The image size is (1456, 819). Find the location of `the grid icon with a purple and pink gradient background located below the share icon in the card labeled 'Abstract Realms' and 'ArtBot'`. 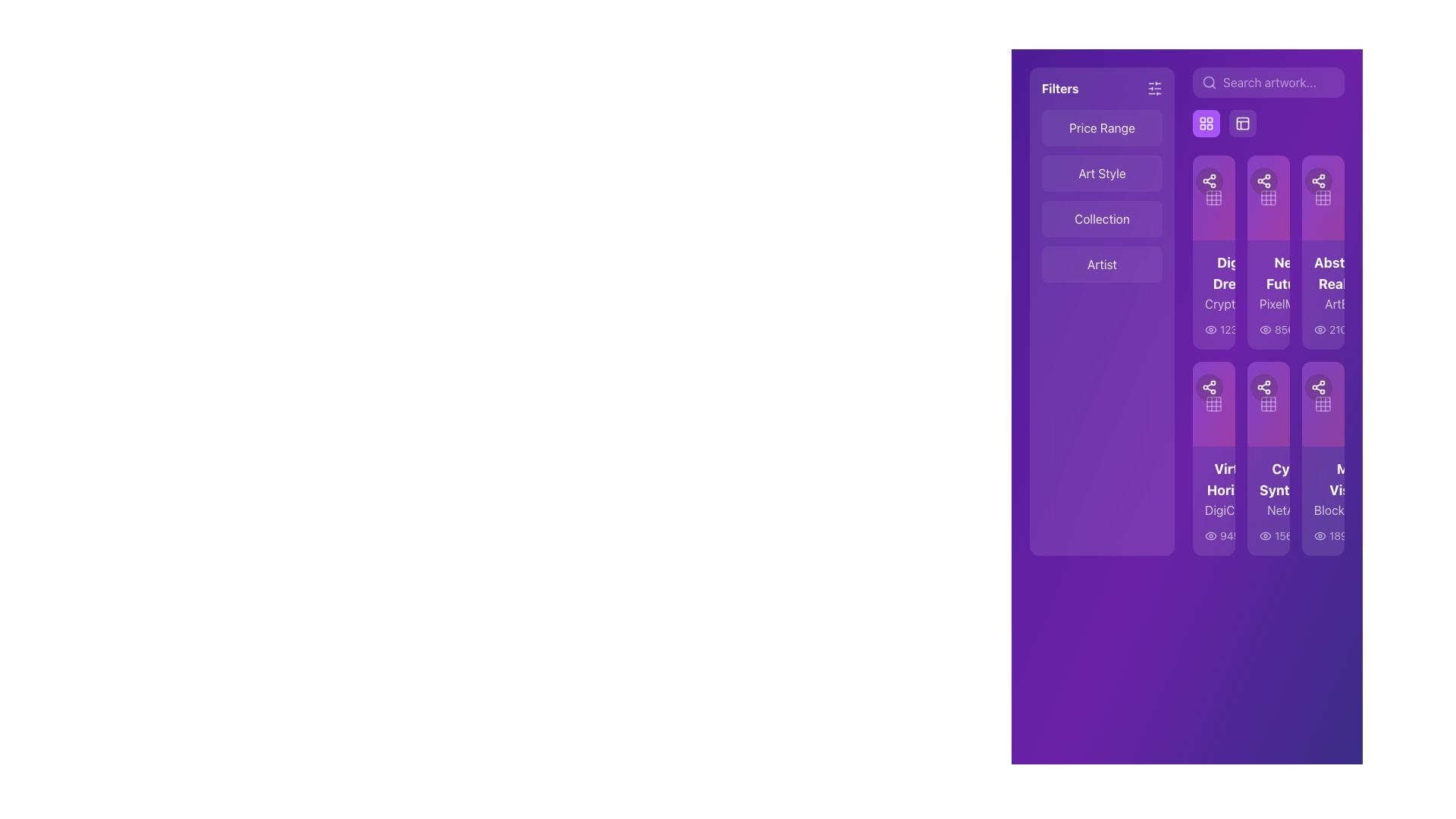

the grid icon with a purple and pink gradient background located below the share icon in the card labeled 'Abstract Realms' and 'ArtBot' is located at coordinates (1323, 197).